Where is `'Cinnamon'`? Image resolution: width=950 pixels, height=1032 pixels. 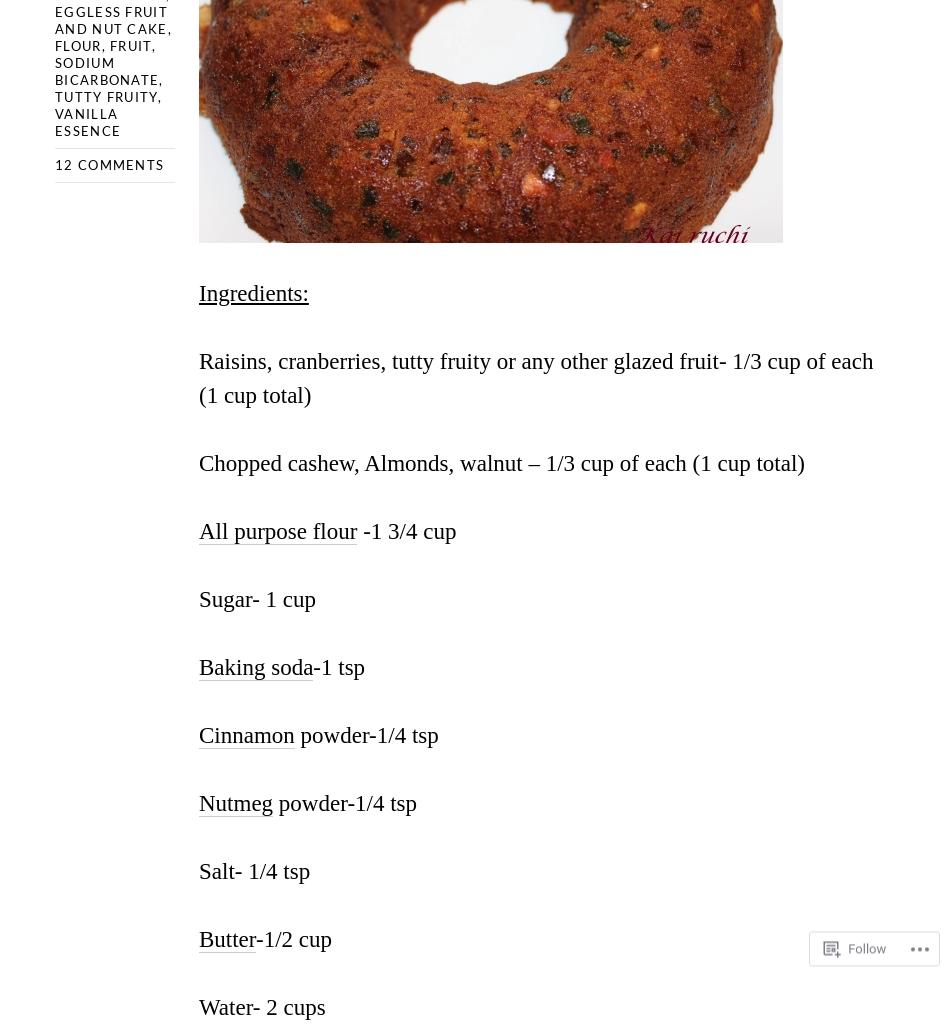 'Cinnamon' is located at coordinates (245, 733).